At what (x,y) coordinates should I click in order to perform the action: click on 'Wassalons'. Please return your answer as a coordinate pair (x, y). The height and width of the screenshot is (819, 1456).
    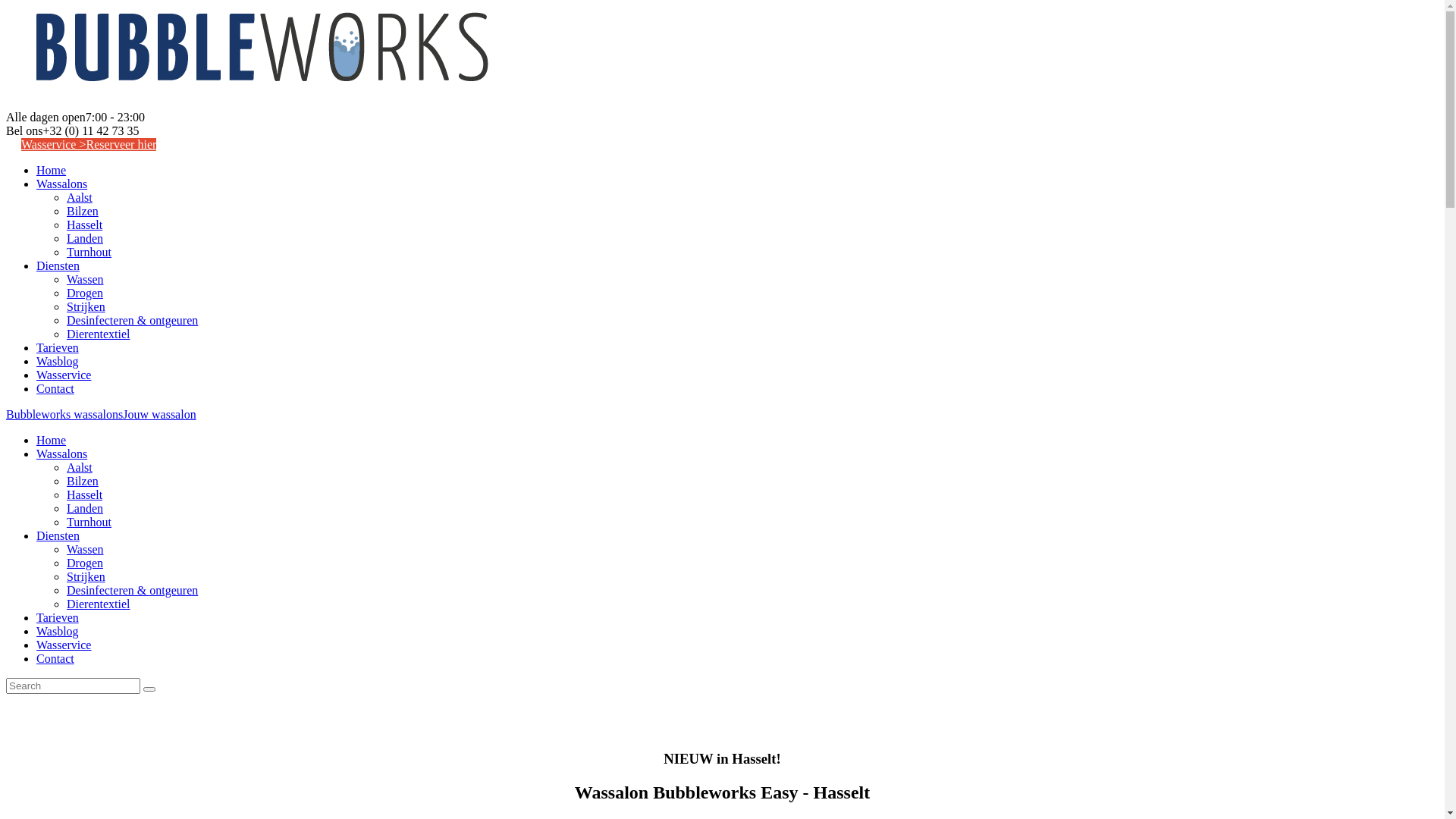
    Looking at the image, I should click on (61, 453).